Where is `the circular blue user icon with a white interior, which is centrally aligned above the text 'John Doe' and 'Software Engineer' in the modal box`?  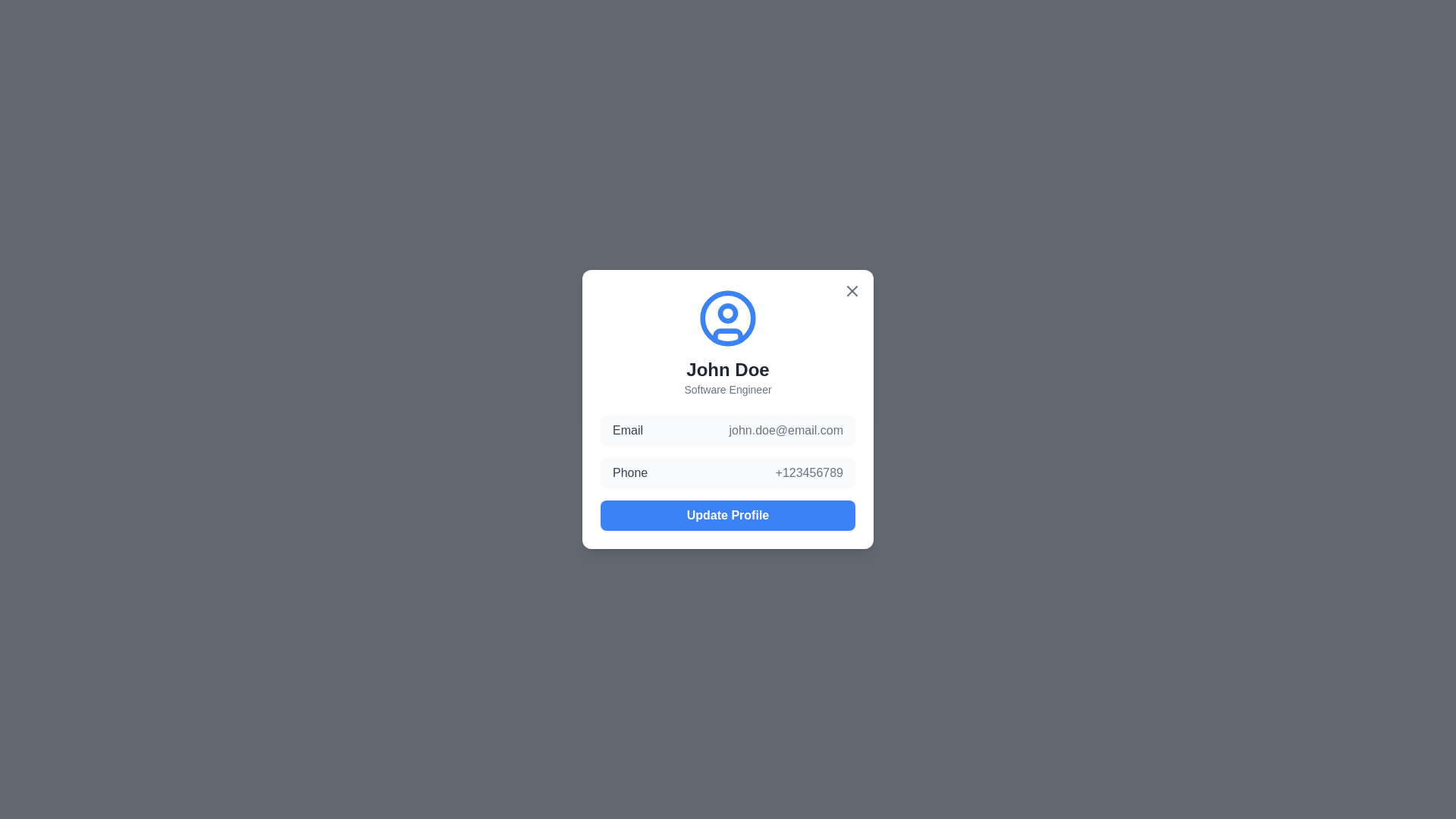 the circular blue user icon with a white interior, which is centrally aligned above the text 'John Doe' and 'Software Engineer' in the modal box is located at coordinates (728, 318).